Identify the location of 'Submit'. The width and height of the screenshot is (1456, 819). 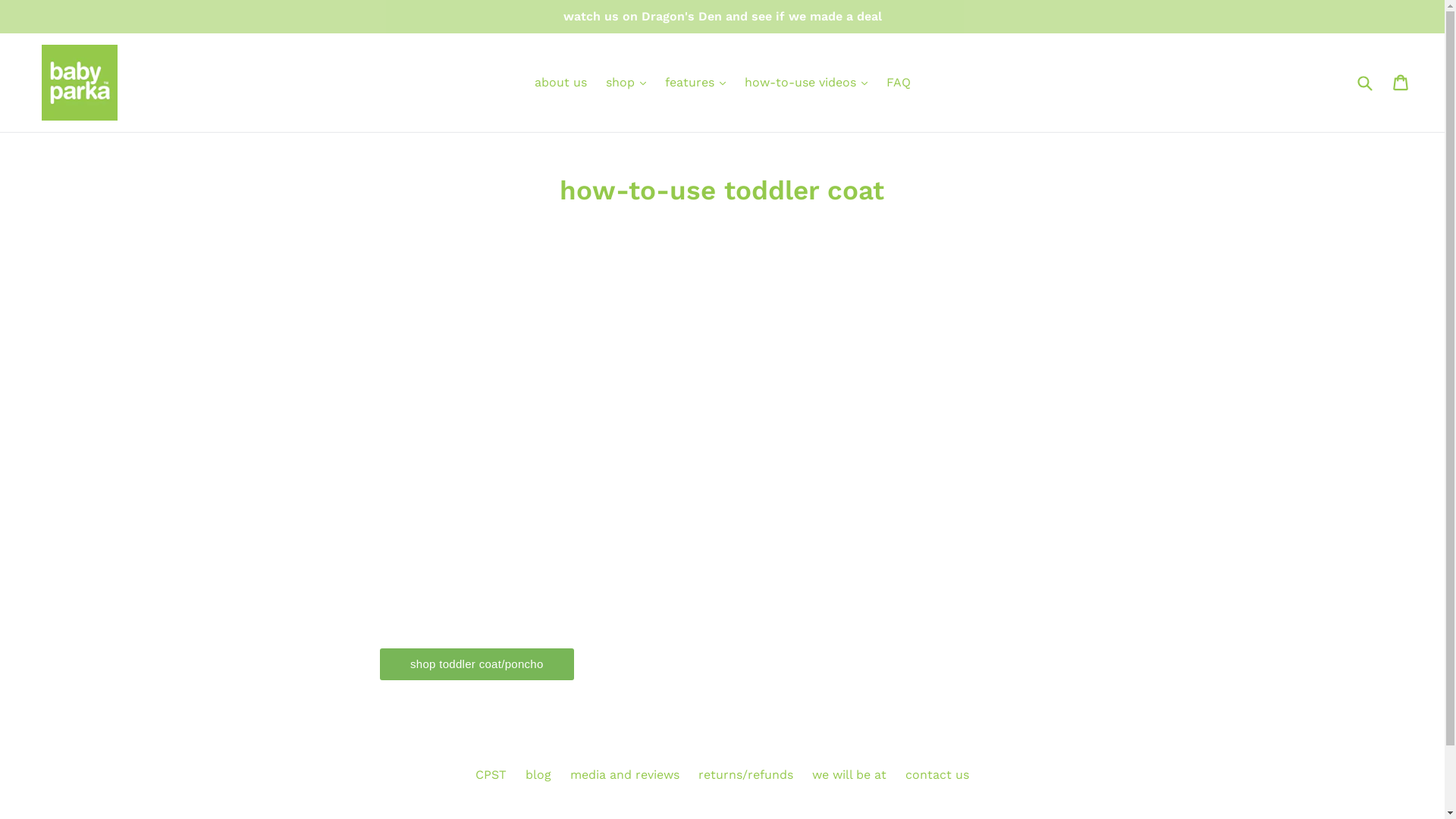
(1364, 82).